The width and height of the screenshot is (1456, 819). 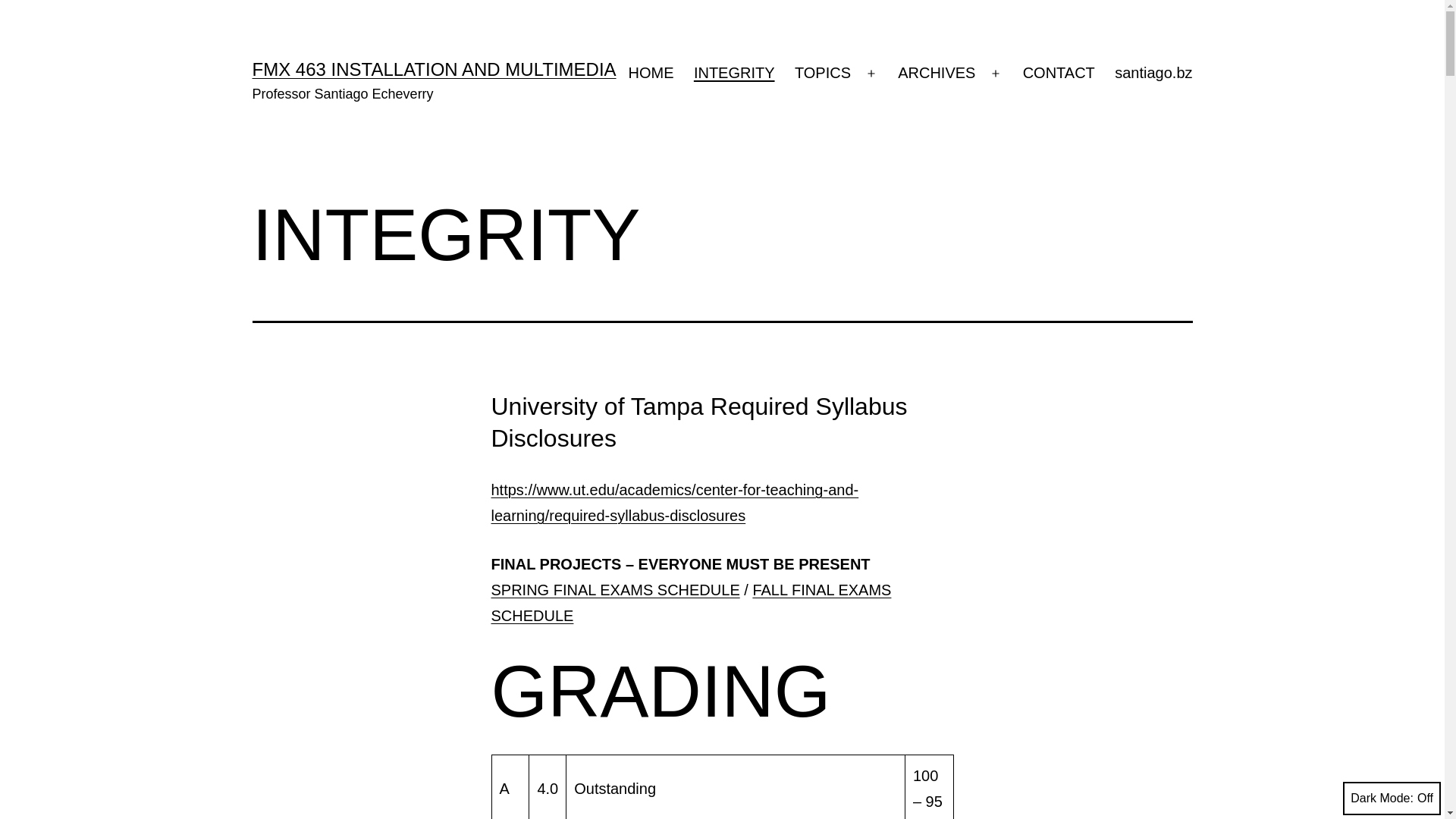 I want to click on 'FALL FINAL EXAMS SCHEDULE', so click(x=691, y=601).